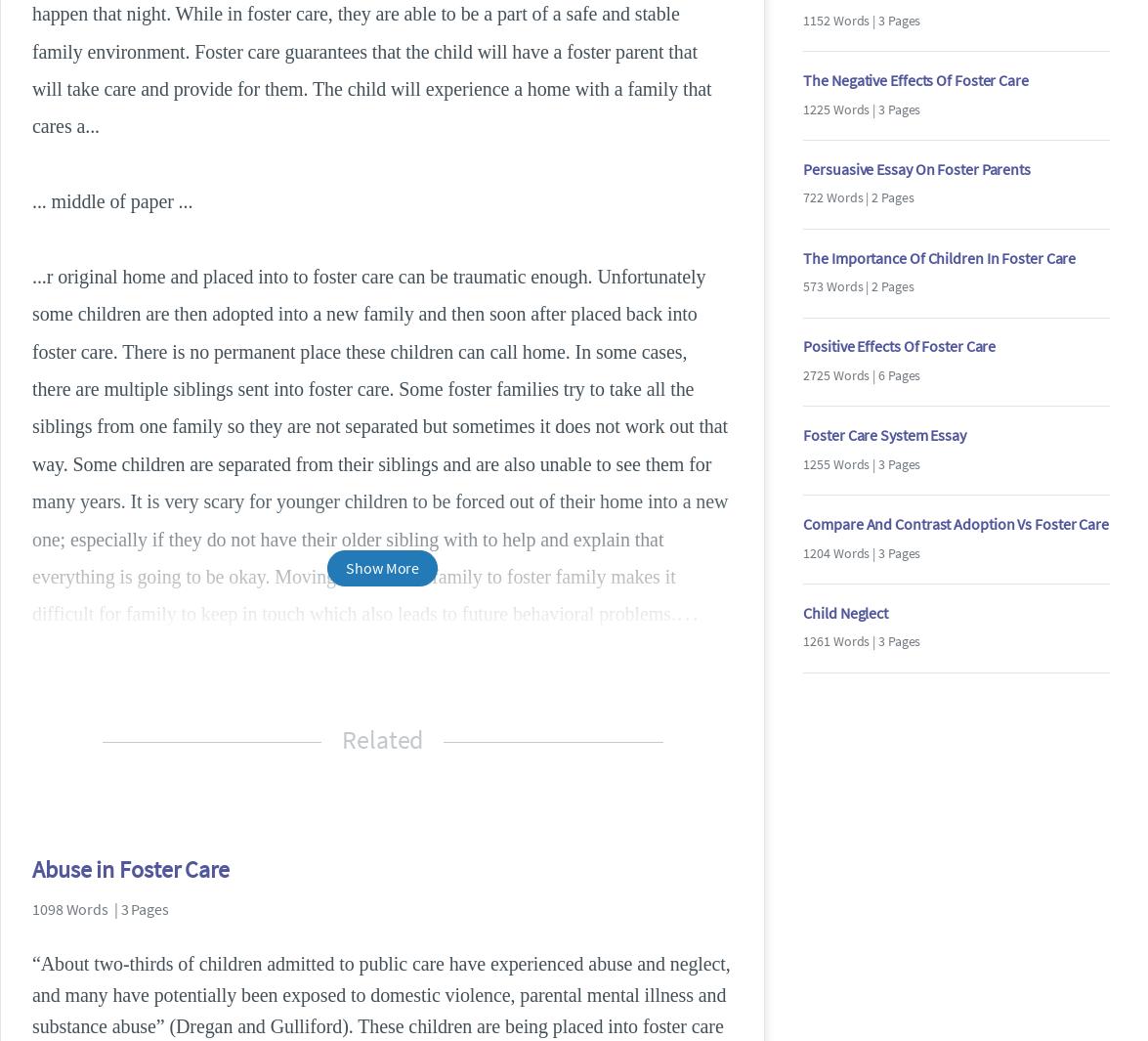  Describe the element at coordinates (130, 868) in the screenshot. I see `'Abuse in Foster Care'` at that location.